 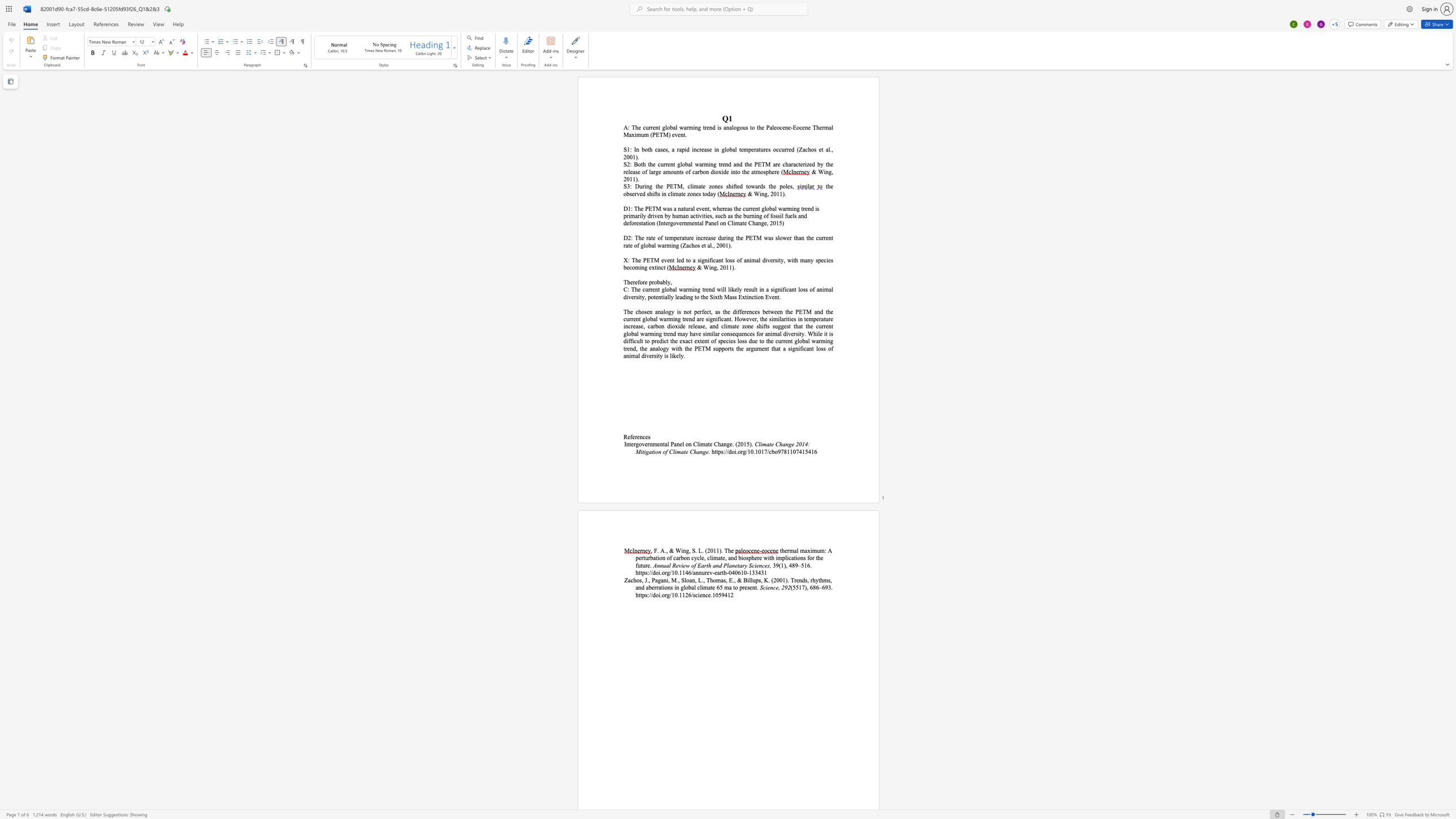 What do you see at coordinates (803, 580) in the screenshot?
I see `the 1th character "d" in the text` at bounding box center [803, 580].